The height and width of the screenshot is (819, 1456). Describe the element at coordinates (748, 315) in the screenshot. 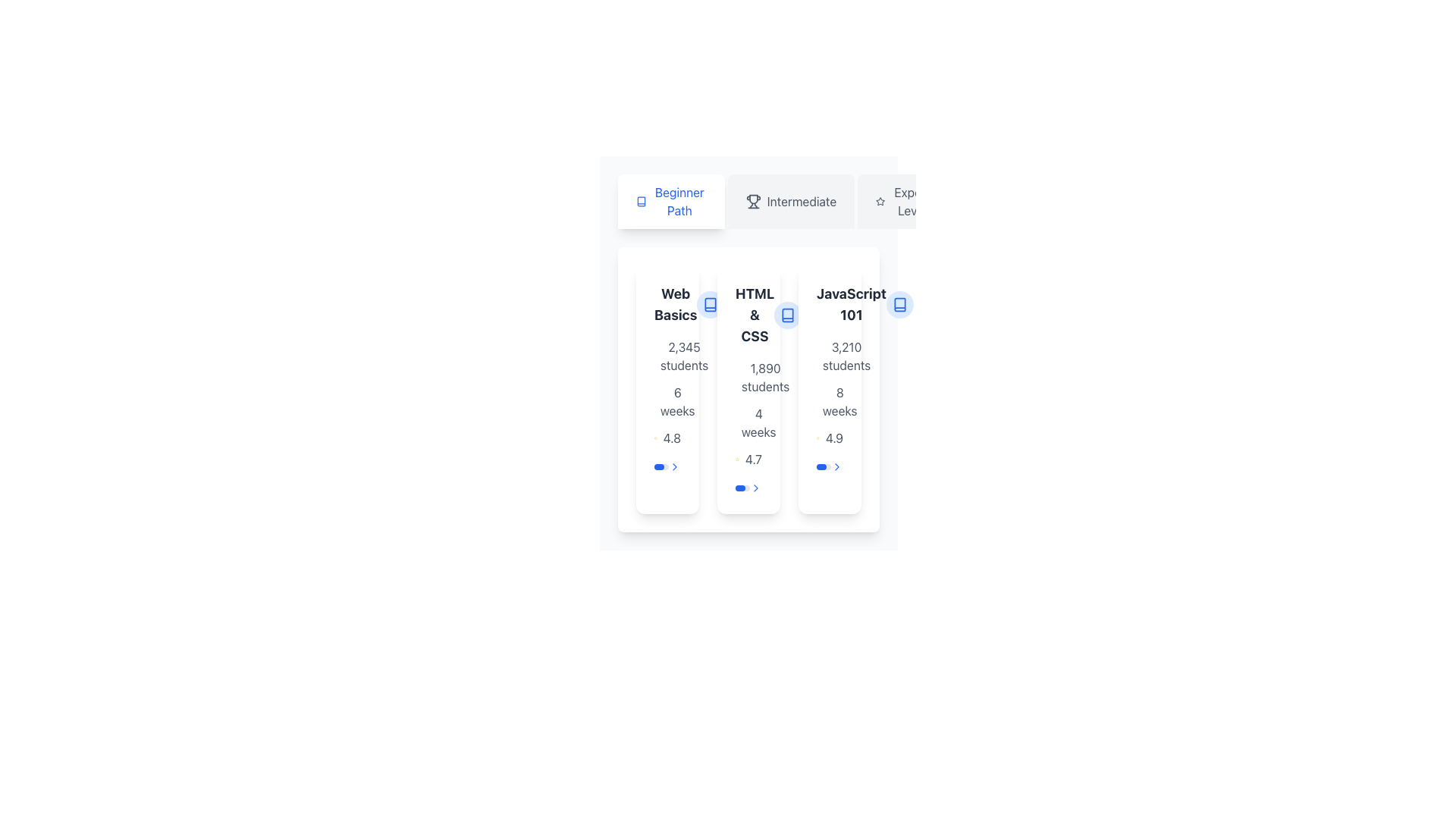

I see `text of the Text Label displaying 'HTML & CSS' in bold at the top center of the second card in a set of three cards` at that location.